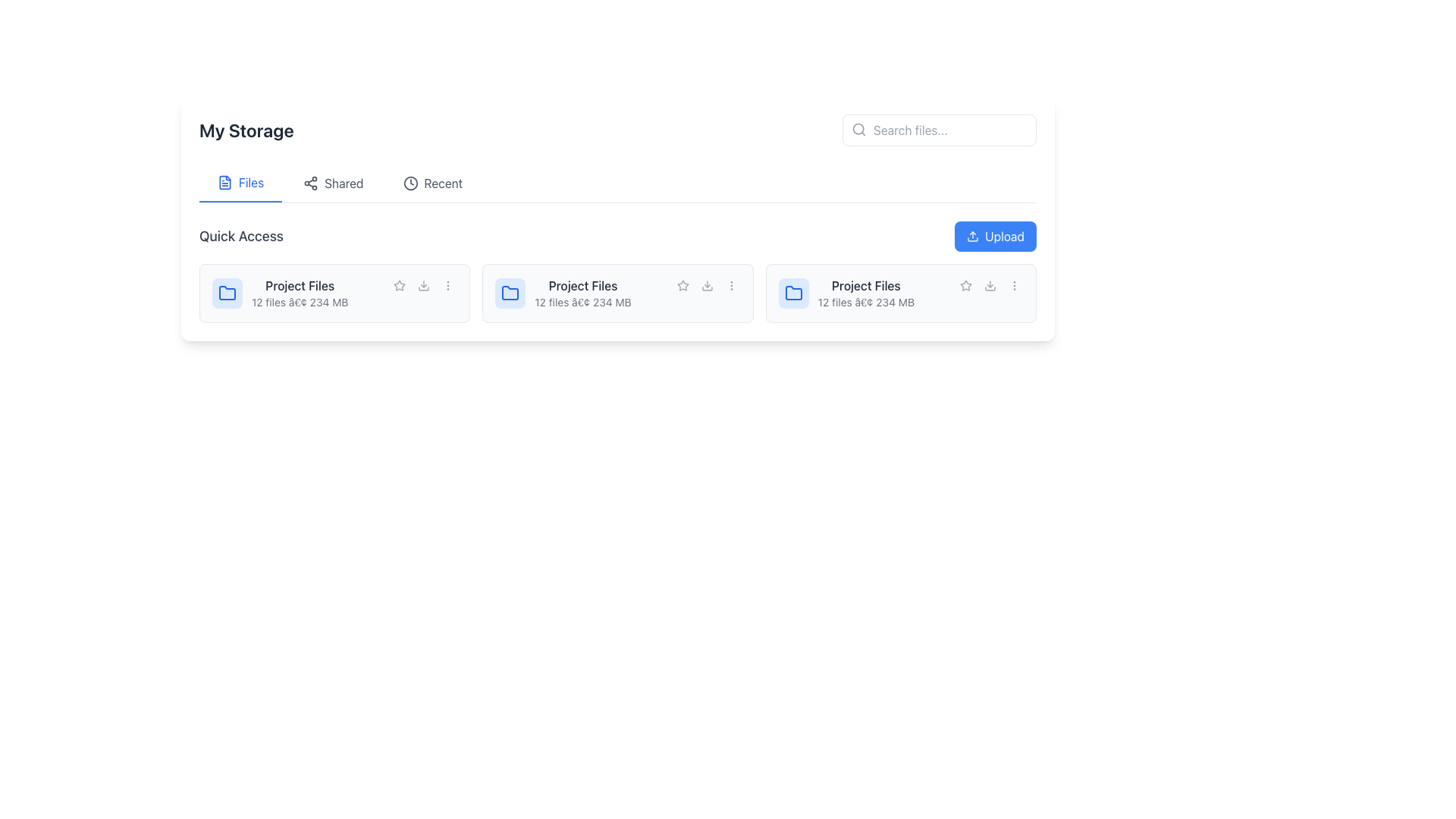 The width and height of the screenshot is (1456, 819). Describe the element at coordinates (965, 285) in the screenshot. I see `the star icon located between the folder icon and the download icon in the second 'Project Files' card set of the 'Quick Access' section to mark the file as favorite` at that location.